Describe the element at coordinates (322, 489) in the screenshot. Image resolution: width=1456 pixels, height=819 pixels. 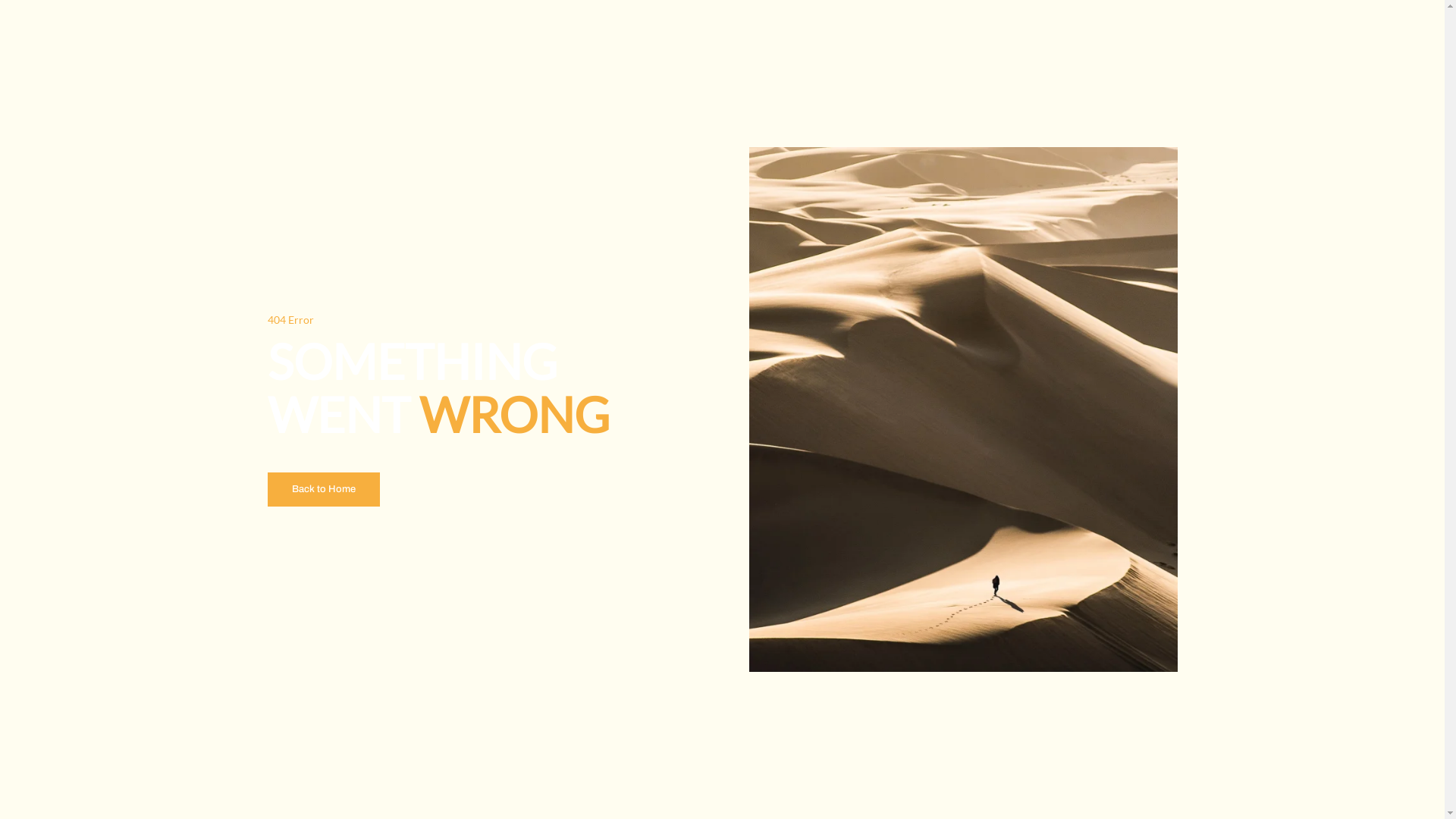
I see `'Back to Home'` at that location.